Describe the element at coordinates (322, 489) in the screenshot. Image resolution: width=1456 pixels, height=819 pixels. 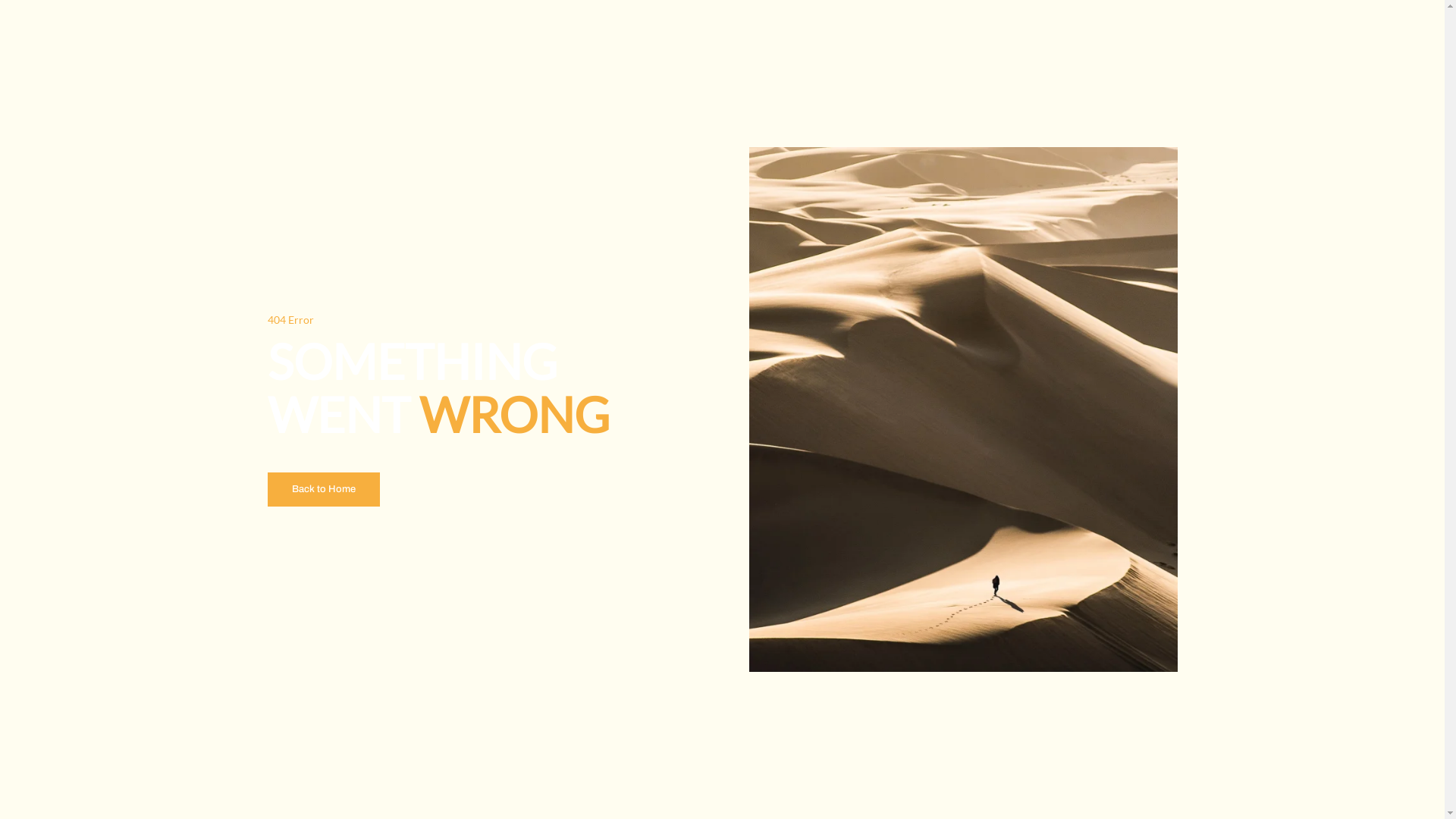
I see `'Back to Home'` at that location.